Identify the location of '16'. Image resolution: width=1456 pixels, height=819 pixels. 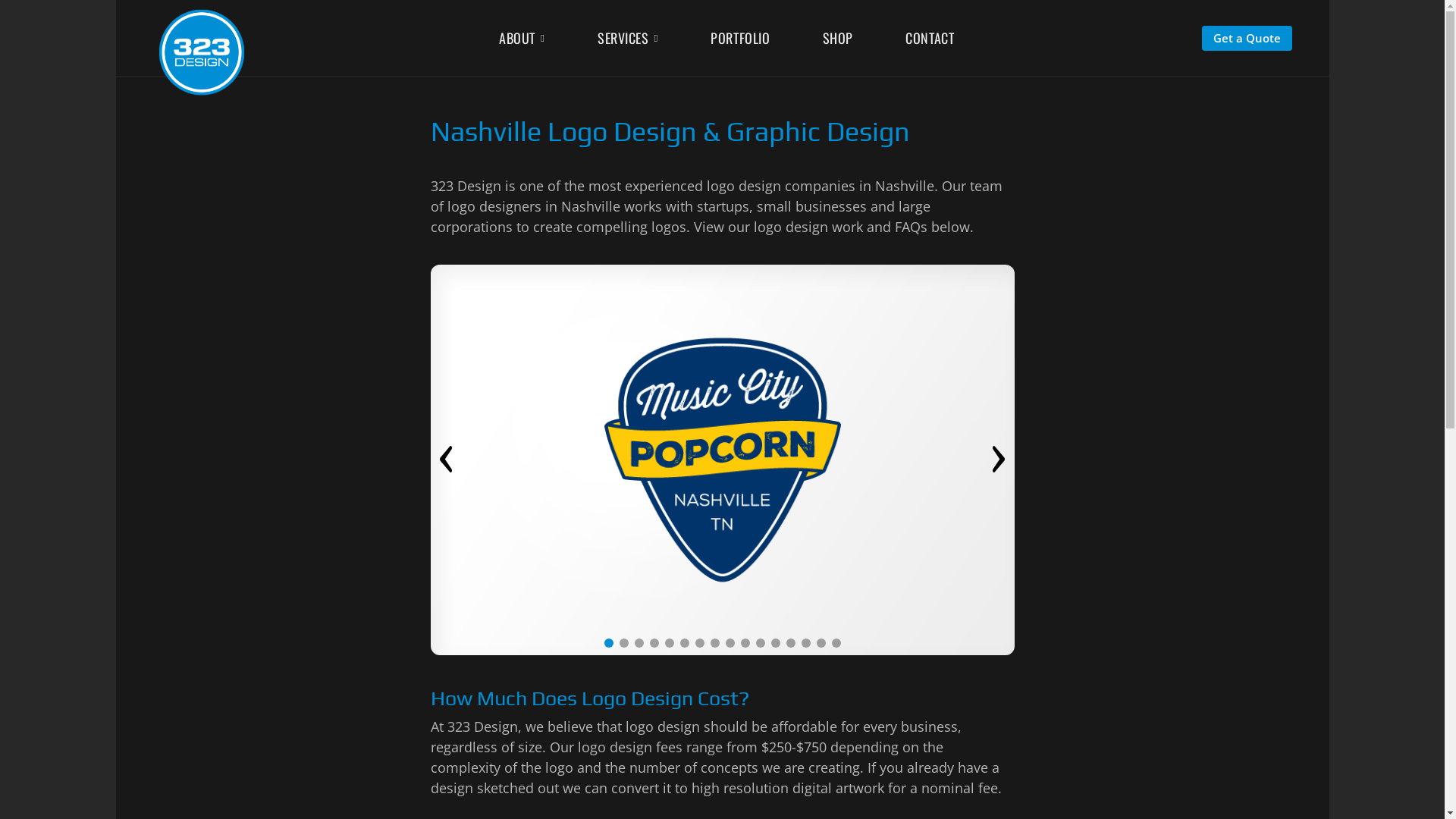
(835, 643).